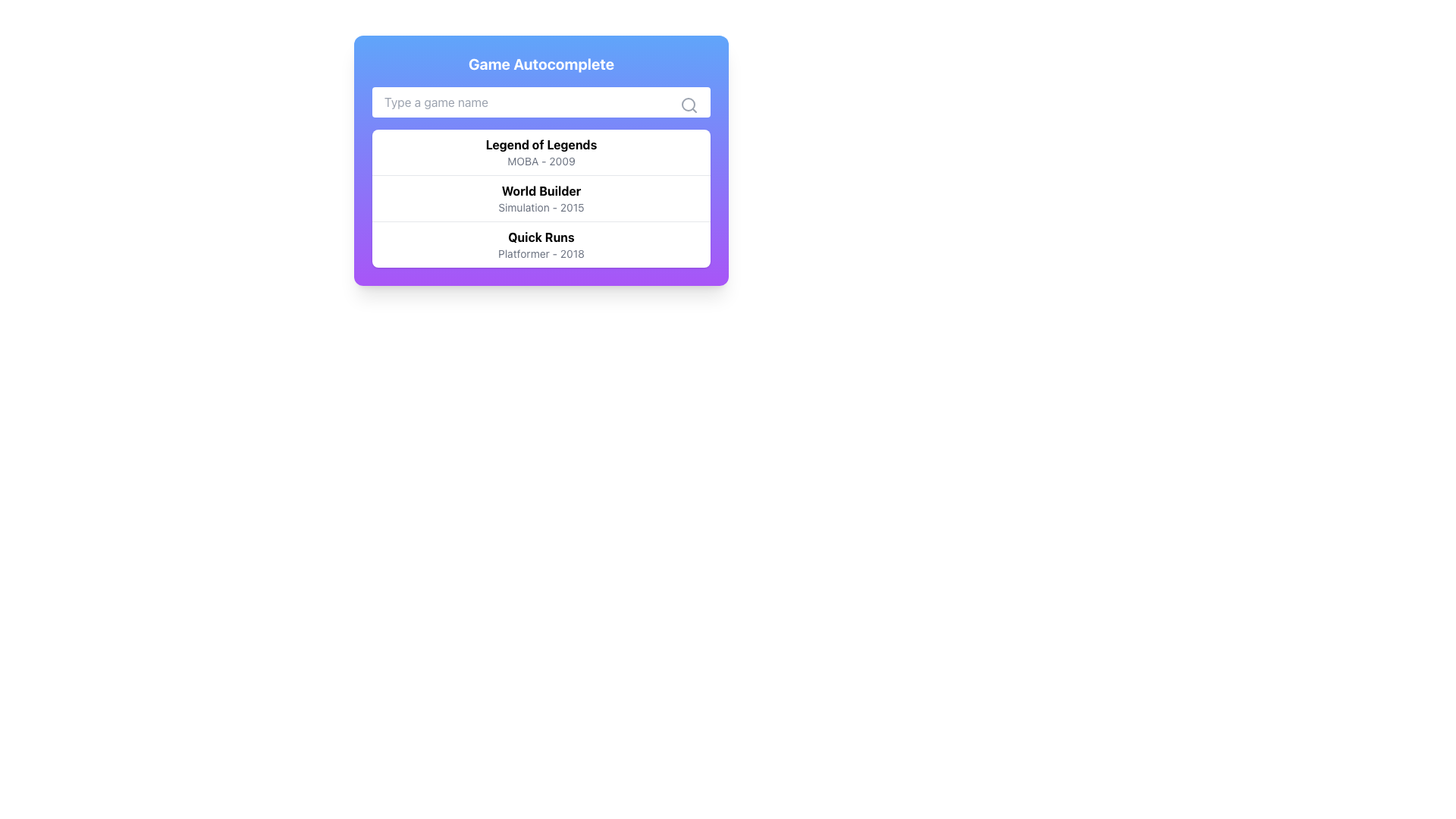 The height and width of the screenshot is (819, 1456). I want to click on the first entry in the game title list, so click(541, 152).